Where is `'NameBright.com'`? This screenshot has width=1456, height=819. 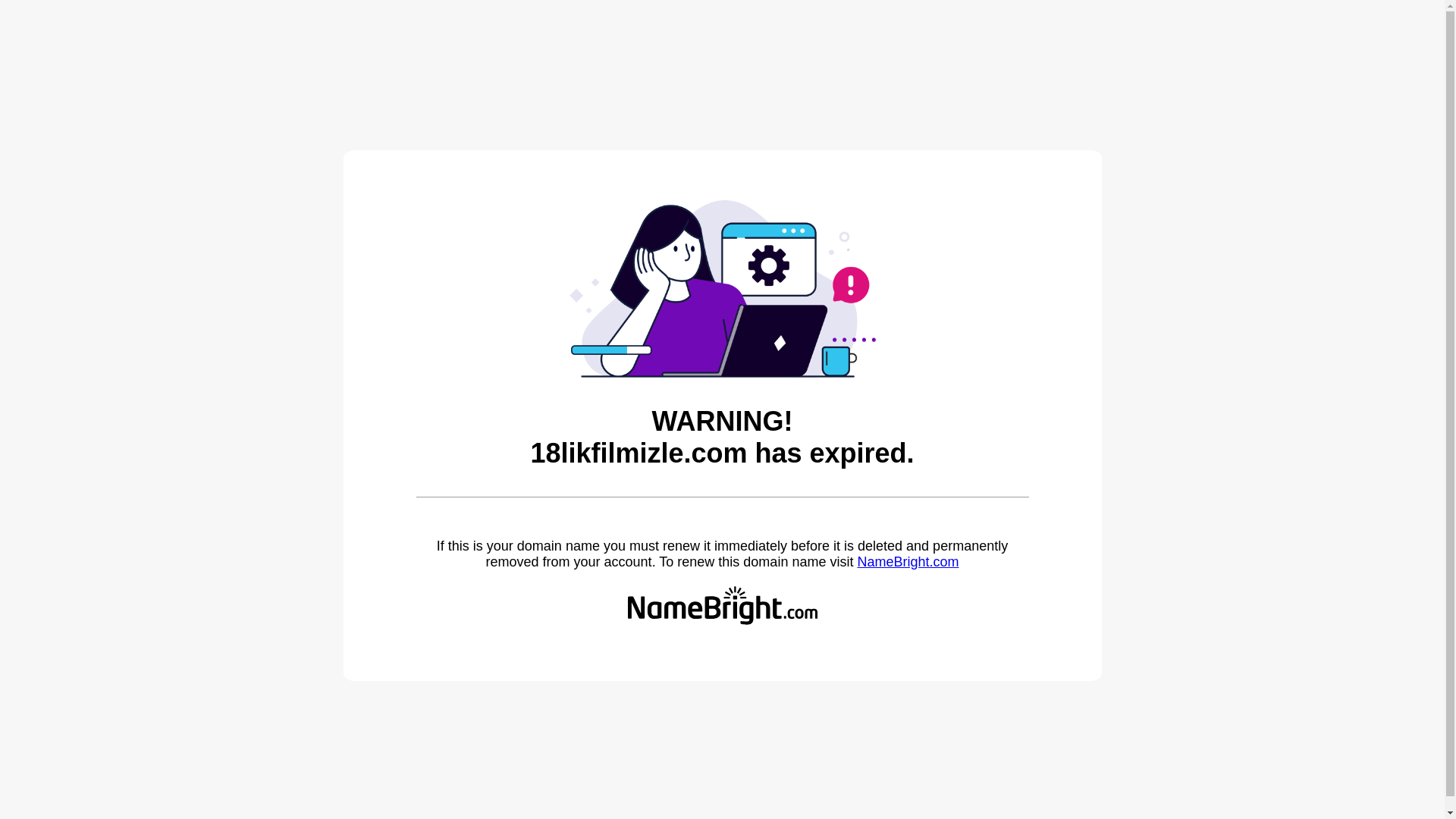
'NameBright.com' is located at coordinates (907, 561).